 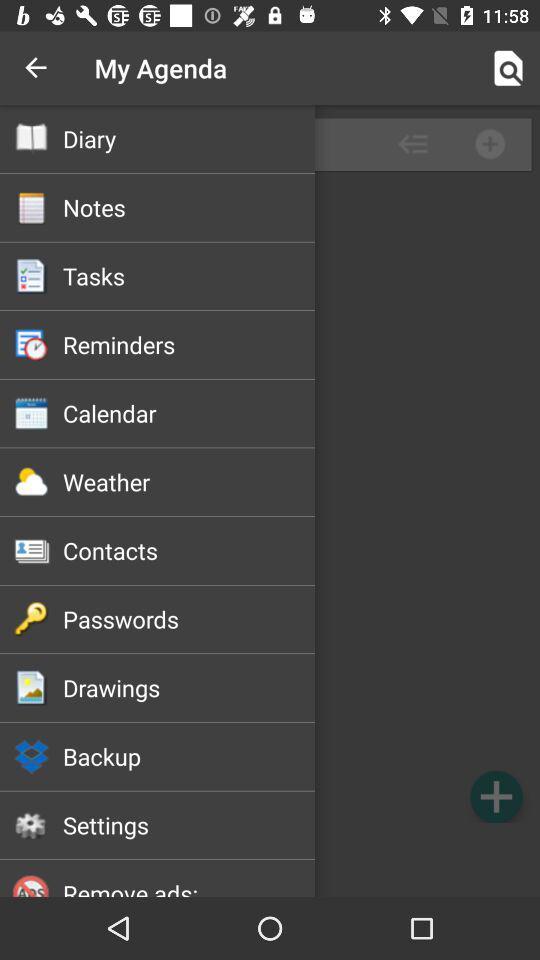 What do you see at coordinates (189, 481) in the screenshot?
I see `icon above contacts item` at bounding box center [189, 481].